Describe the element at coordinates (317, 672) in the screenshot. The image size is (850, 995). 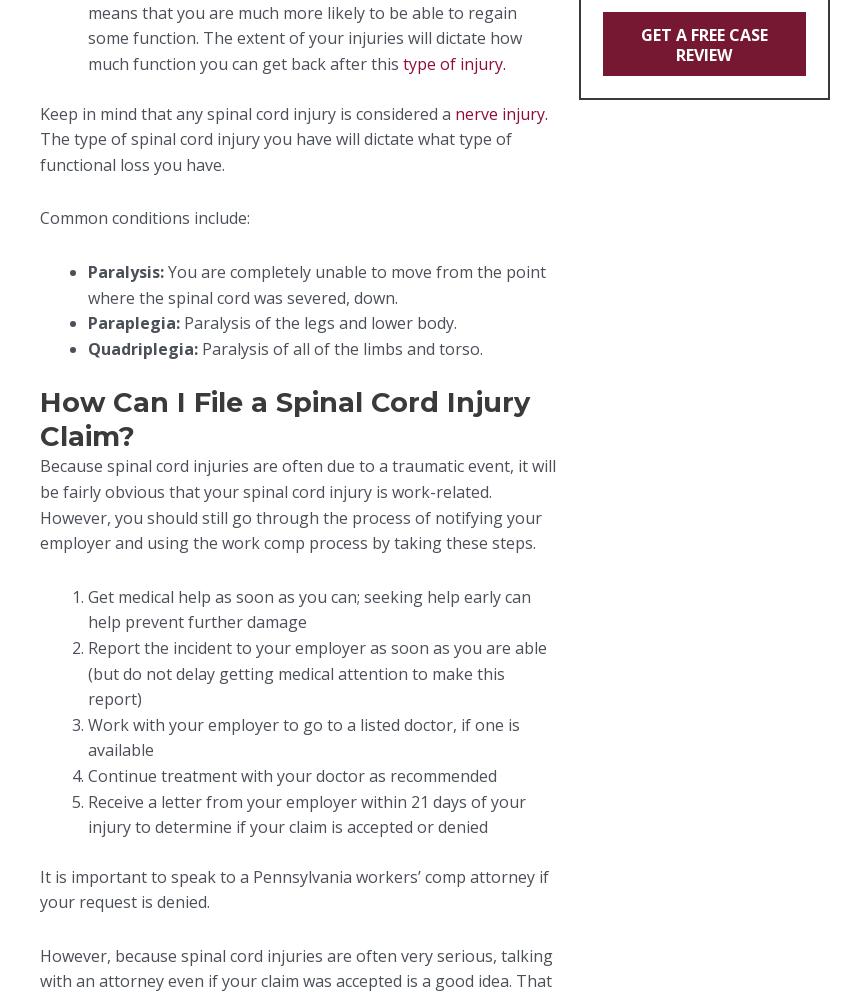
I see `'Report the incident to your employer as soon as you are able (but do not delay getting medical attention to make this report)'` at that location.